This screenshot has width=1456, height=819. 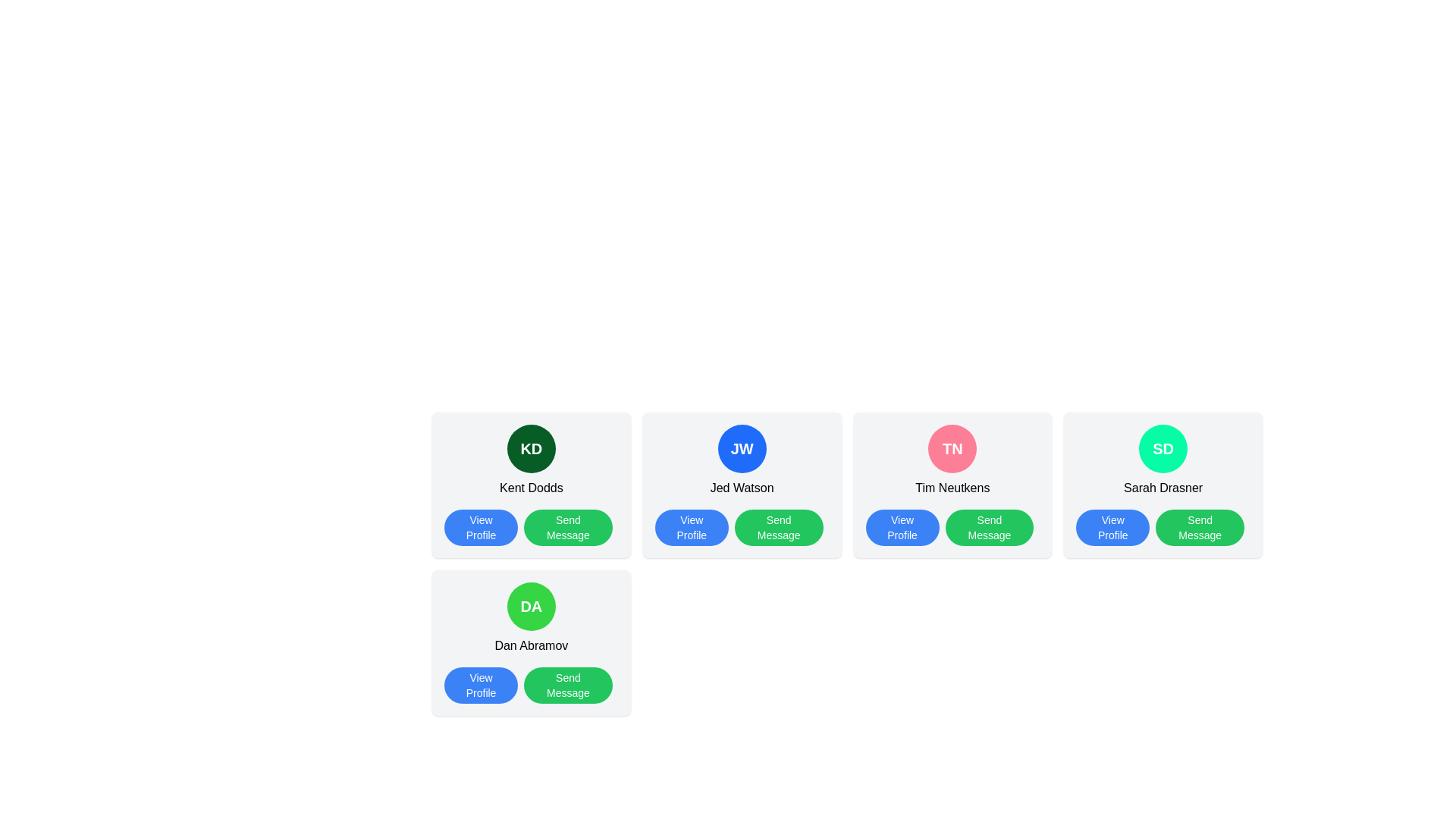 I want to click on the text element styled as part of a circular avatar representing the initials 'JW', so click(x=742, y=447).